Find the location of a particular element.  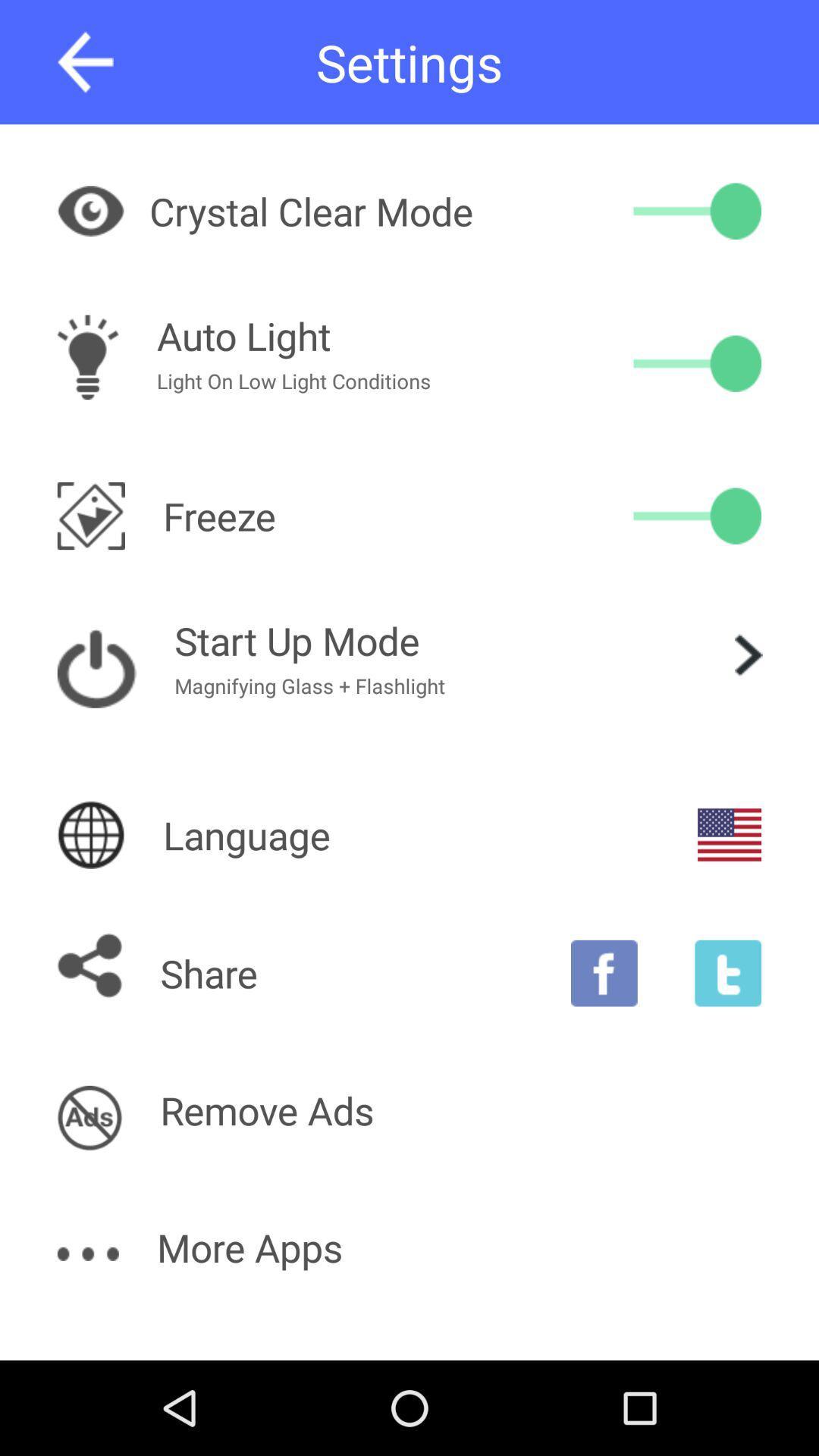

share on facebook is located at coordinates (603, 973).